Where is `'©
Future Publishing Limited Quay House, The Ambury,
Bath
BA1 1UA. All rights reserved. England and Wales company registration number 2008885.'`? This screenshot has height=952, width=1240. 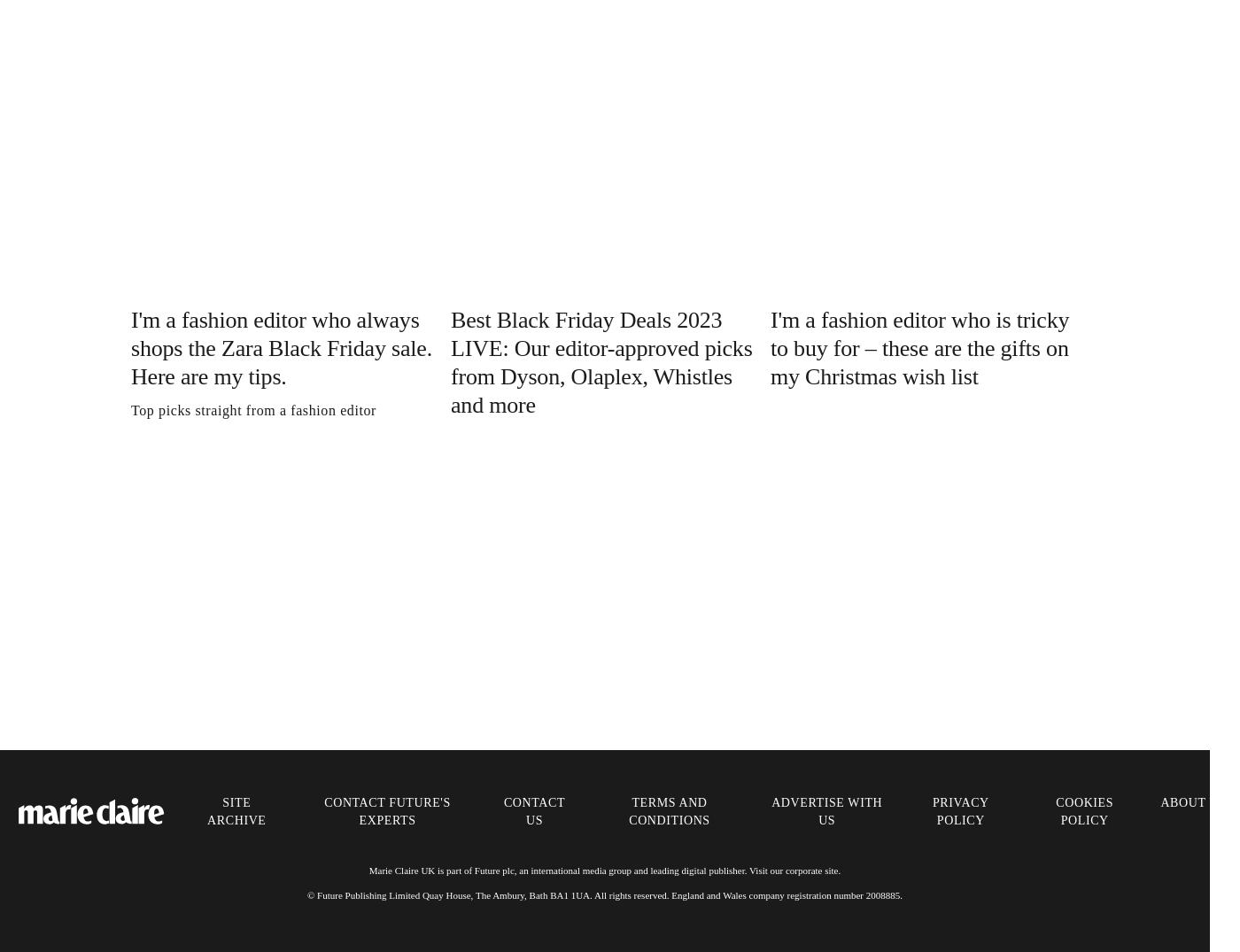
'©
Future Publishing Limited Quay House, The Ambury,
Bath
BA1 1UA. All rights reserved. England and Wales company registration number 2008885.' is located at coordinates (604, 893).